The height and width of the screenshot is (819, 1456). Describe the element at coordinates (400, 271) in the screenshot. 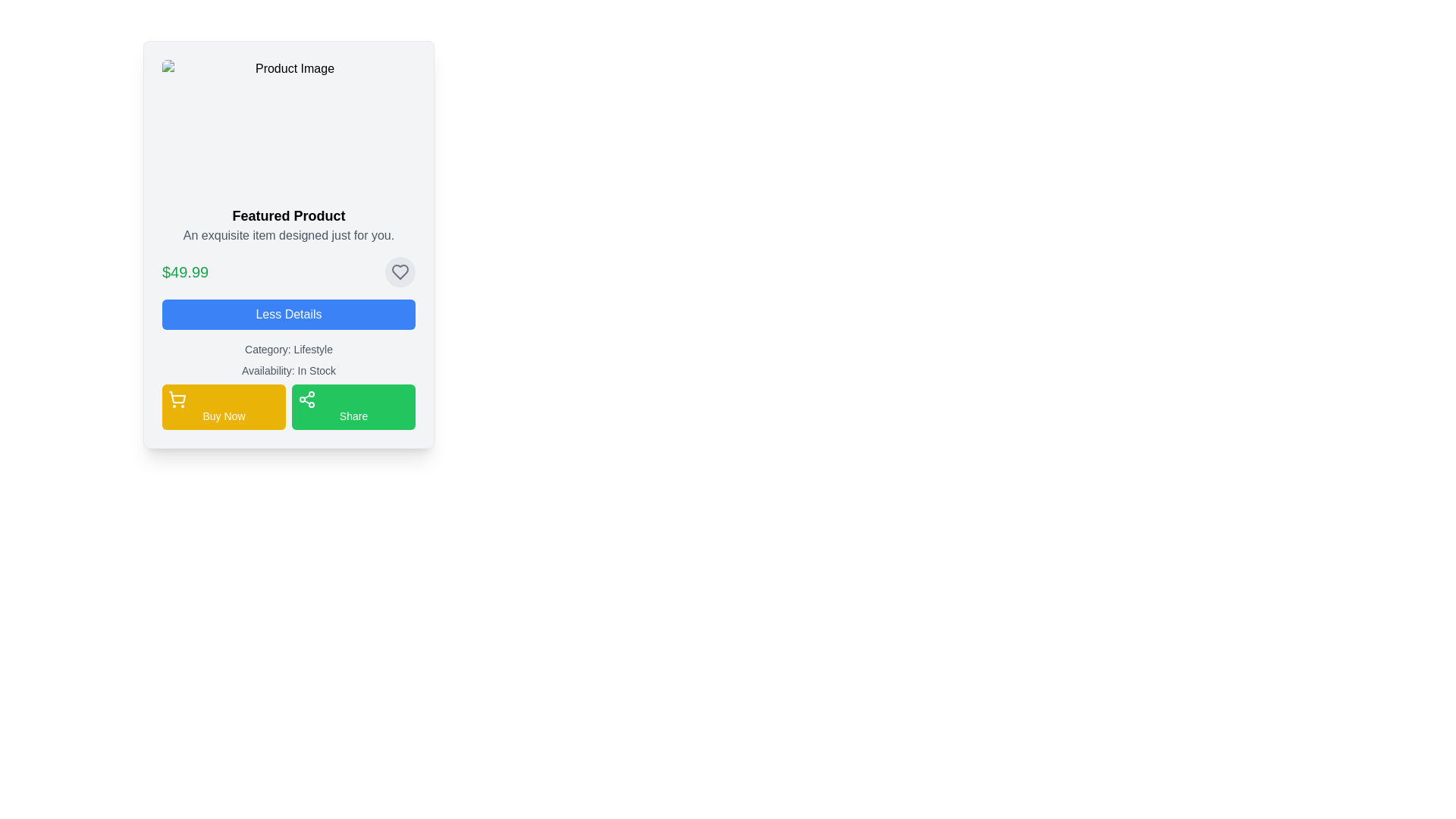

I see `the area around the heart-shaped icon located in the top-right corner of the user interface card` at that location.